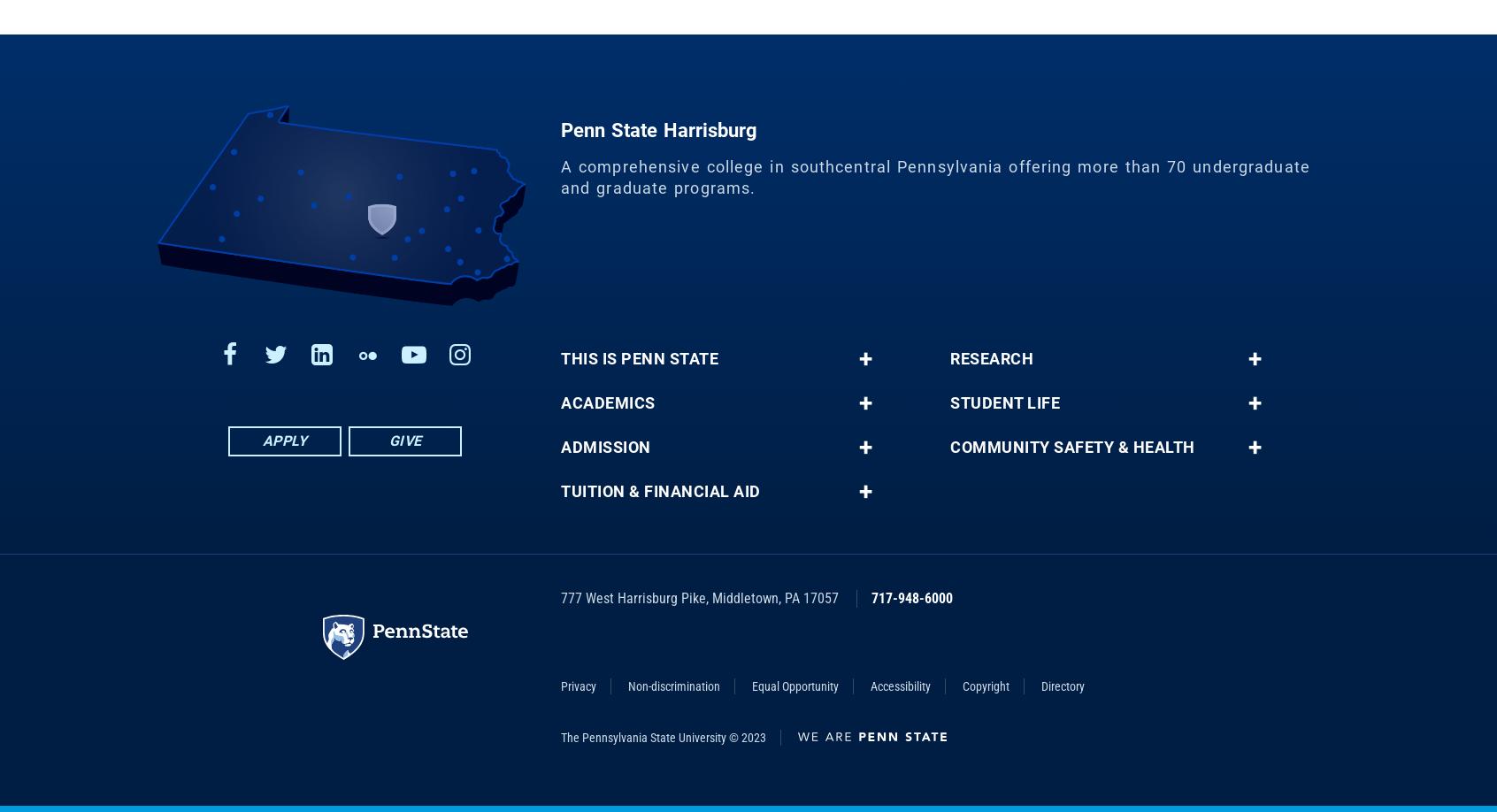 This screenshot has width=1497, height=812. Describe the element at coordinates (821, 610) in the screenshot. I see `'17057'` at that location.